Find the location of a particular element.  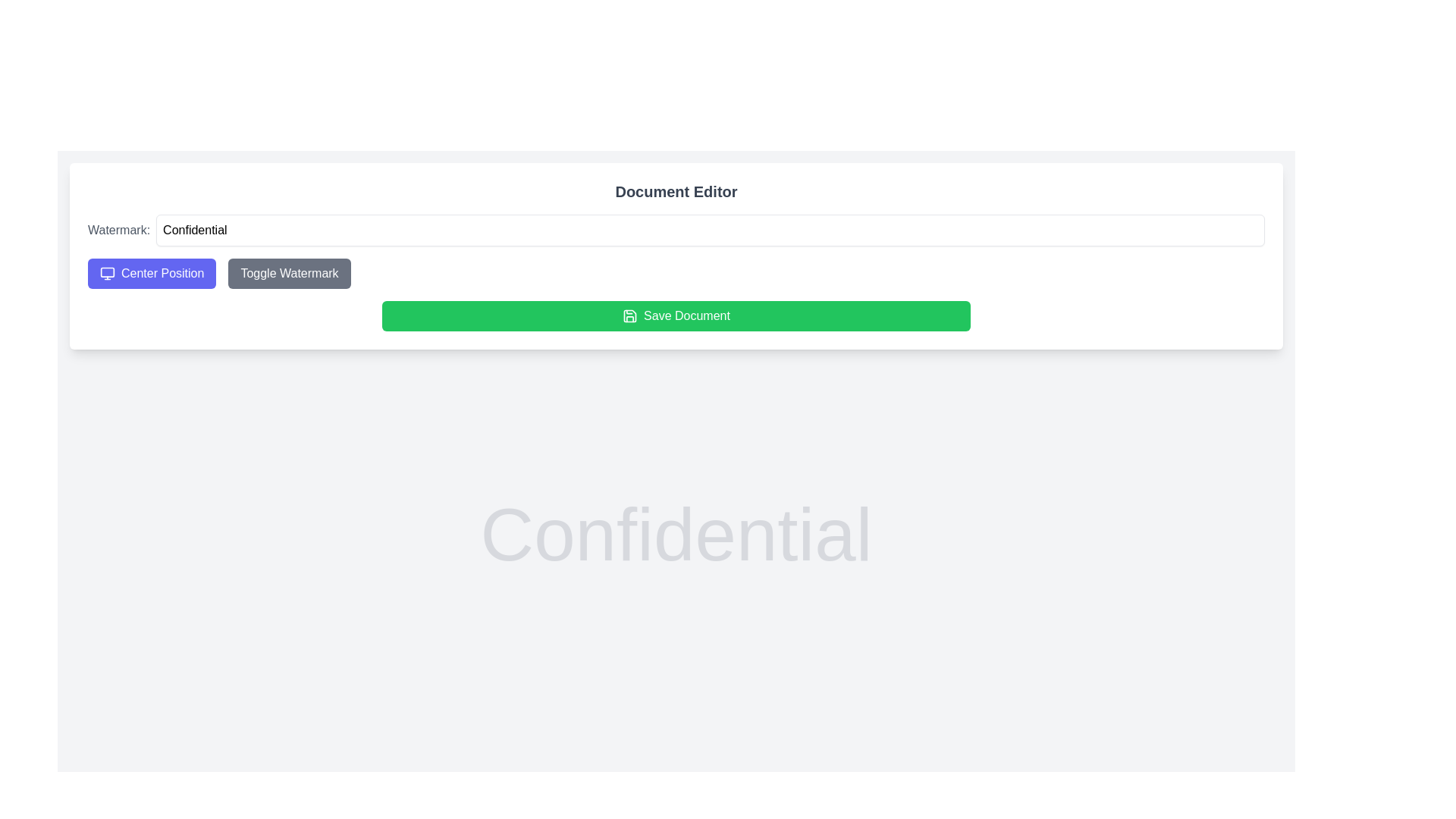

the 'Toggle Watermark' button, which has a dark gray background and white text is located at coordinates (290, 274).